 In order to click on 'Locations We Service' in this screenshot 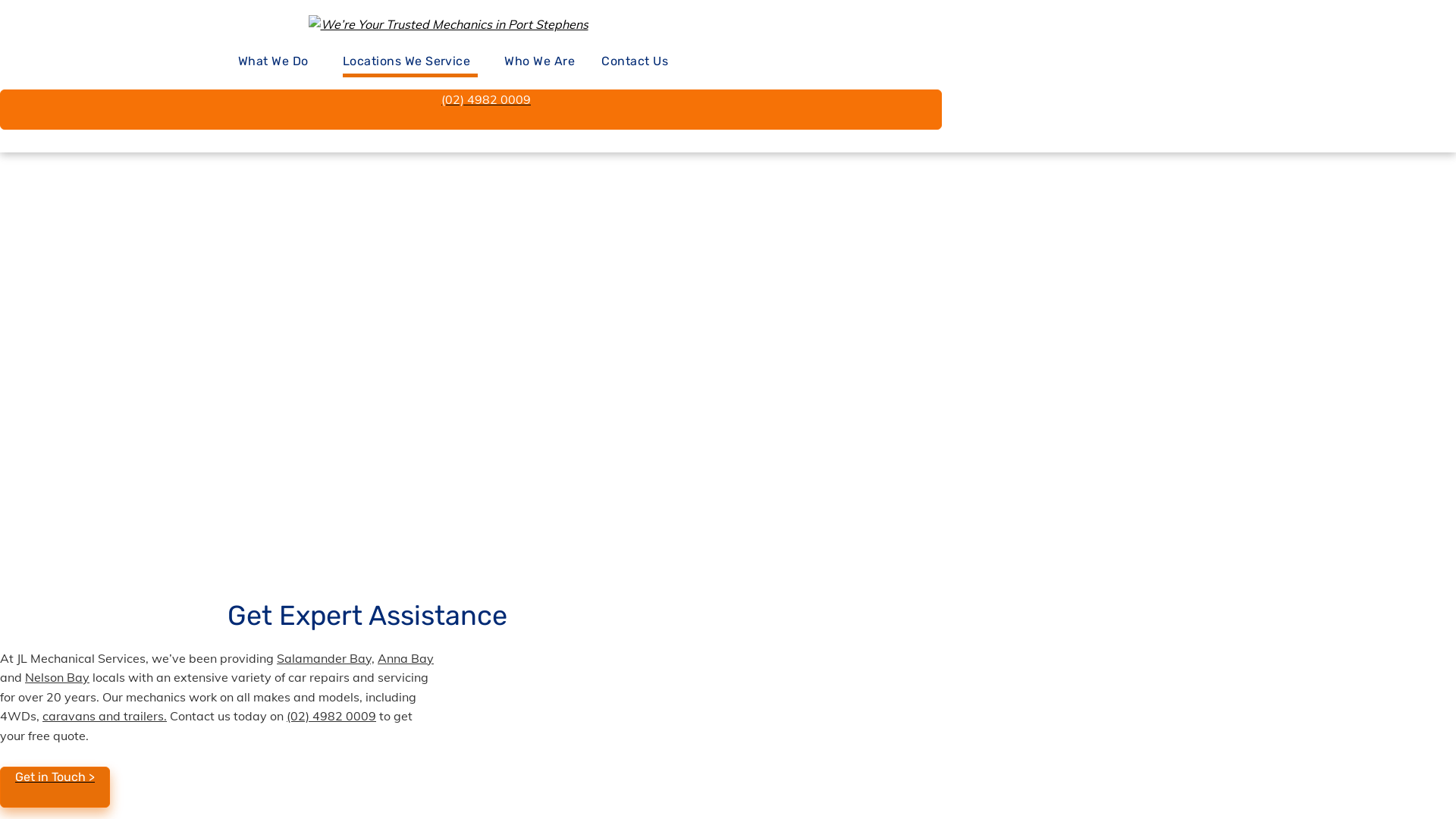, I will do `click(410, 61)`.